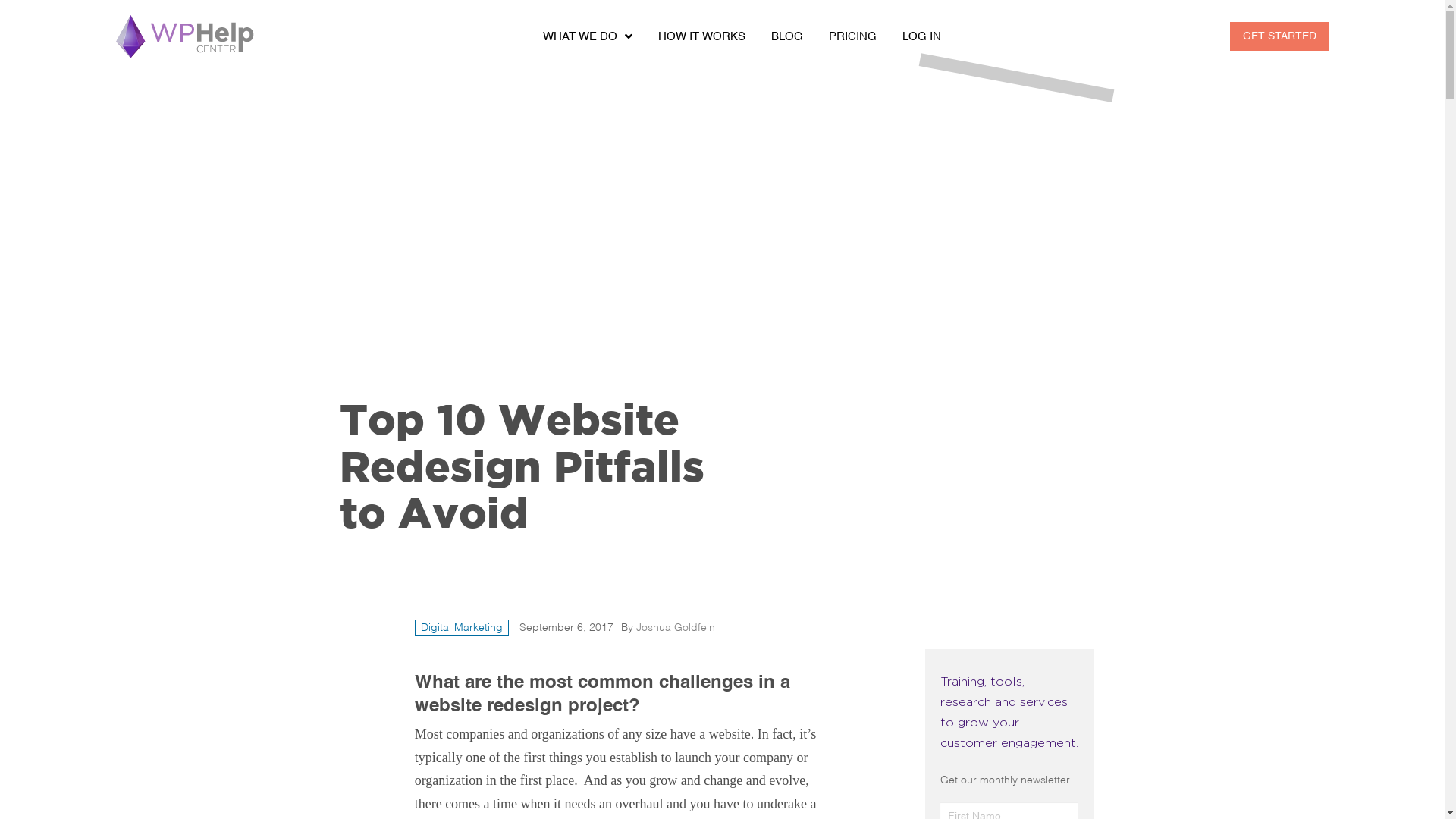 This screenshot has width=1456, height=819. What do you see at coordinates (1230, 35) in the screenshot?
I see `'GET STARTED'` at bounding box center [1230, 35].